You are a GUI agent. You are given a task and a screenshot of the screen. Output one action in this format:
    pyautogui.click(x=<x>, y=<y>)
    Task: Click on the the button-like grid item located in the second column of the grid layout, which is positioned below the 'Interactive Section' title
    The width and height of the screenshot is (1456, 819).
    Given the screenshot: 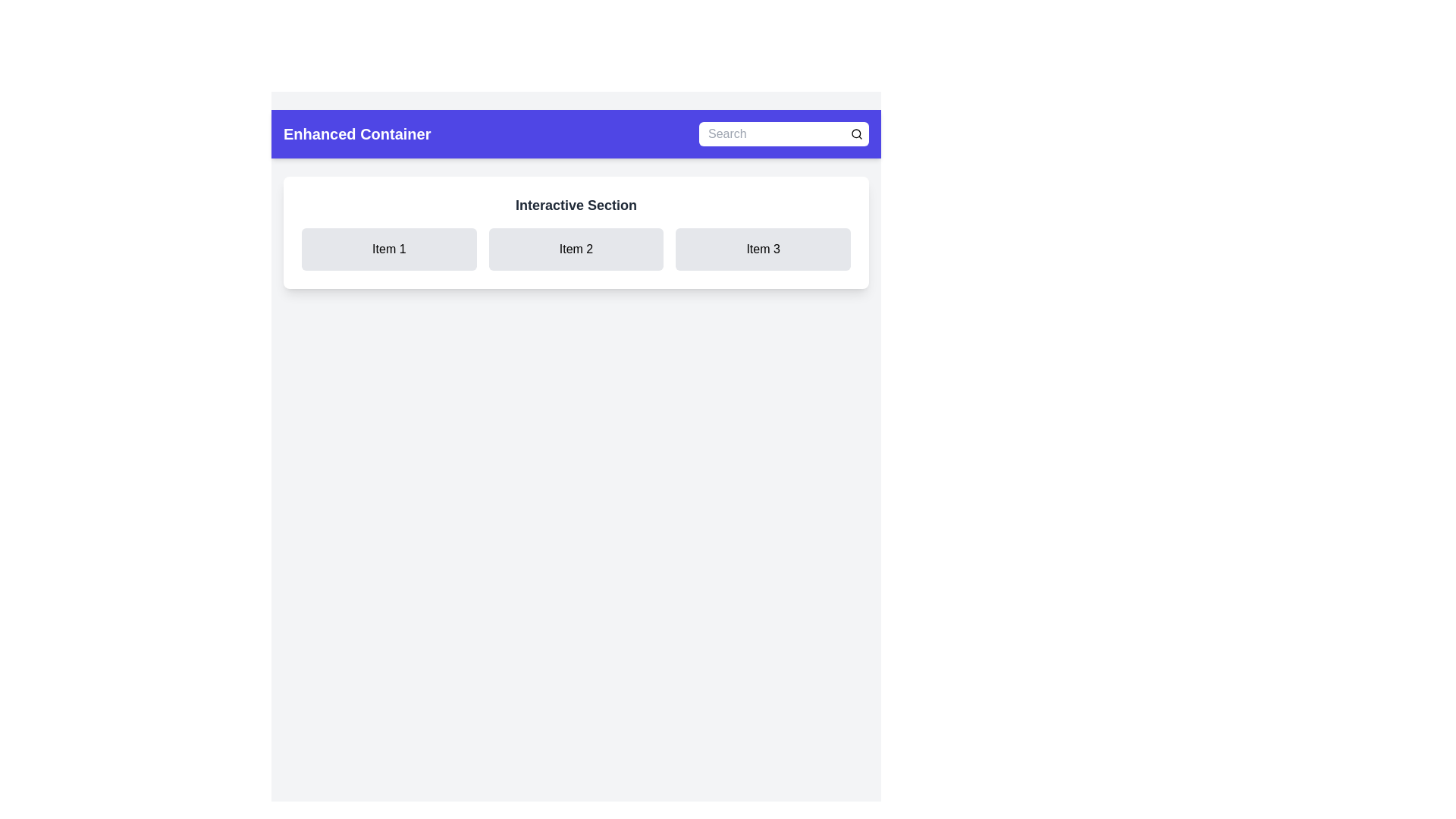 What is the action you would take?
    pyautogui.click(x=575, y=248)
    